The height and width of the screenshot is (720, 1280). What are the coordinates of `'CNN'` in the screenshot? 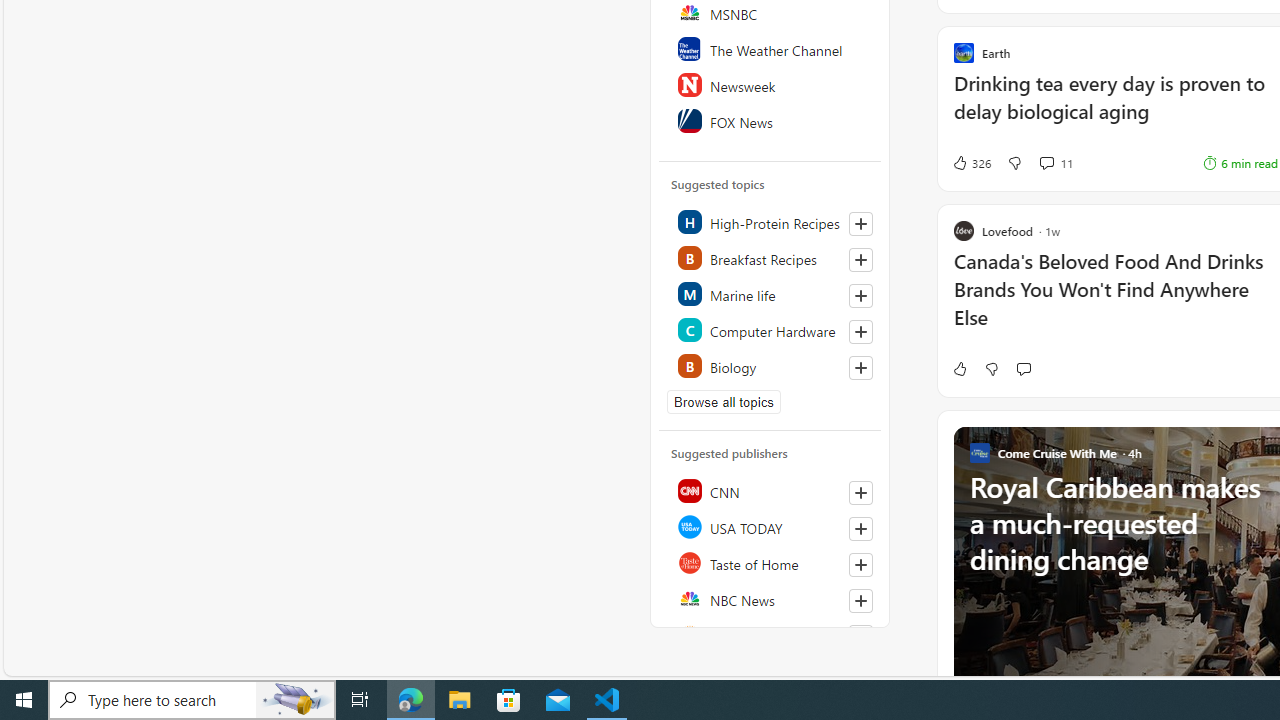 It's located at (770, 491).